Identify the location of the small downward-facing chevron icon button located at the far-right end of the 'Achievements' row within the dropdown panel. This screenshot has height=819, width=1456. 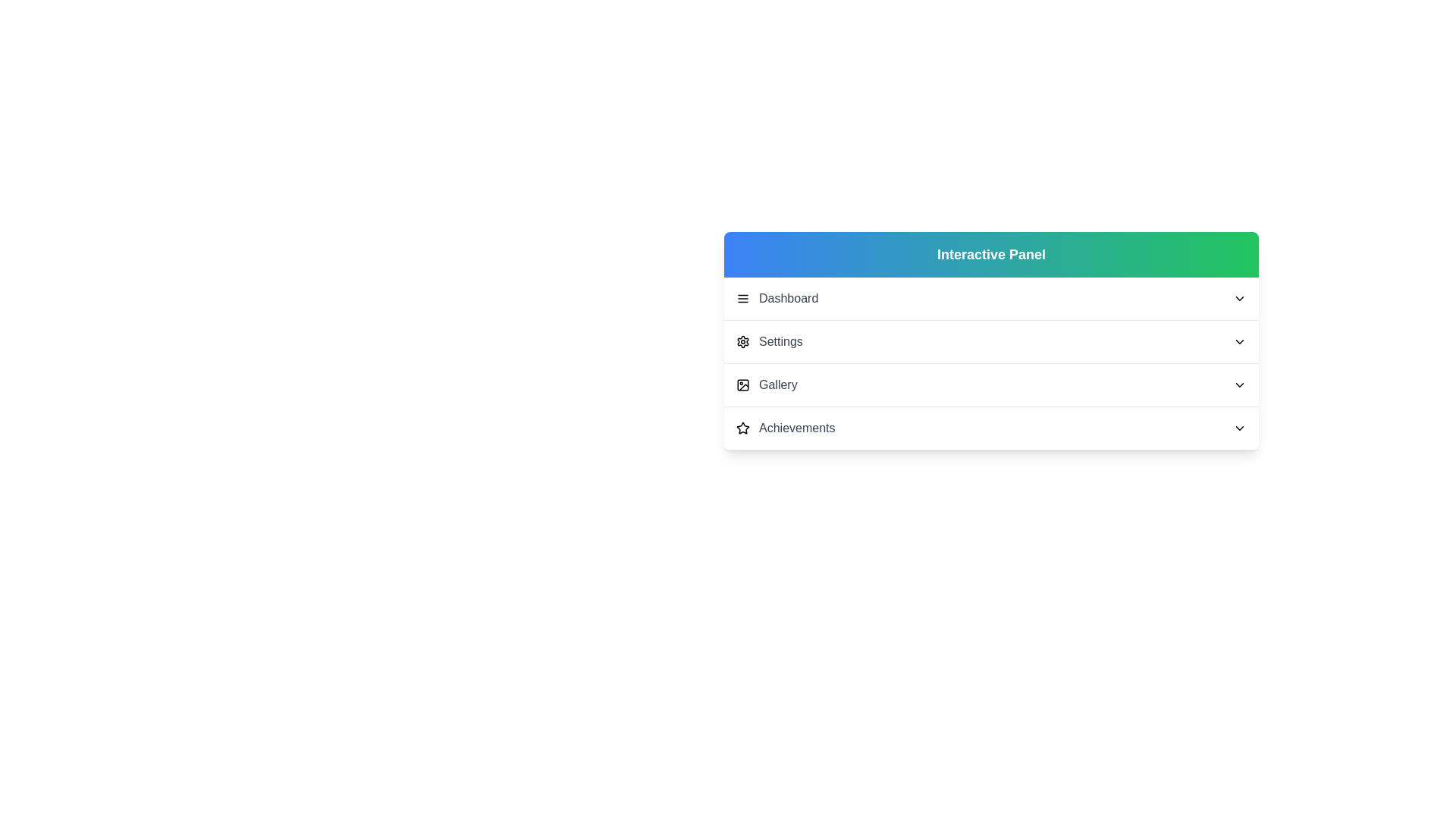
(1240, 428).